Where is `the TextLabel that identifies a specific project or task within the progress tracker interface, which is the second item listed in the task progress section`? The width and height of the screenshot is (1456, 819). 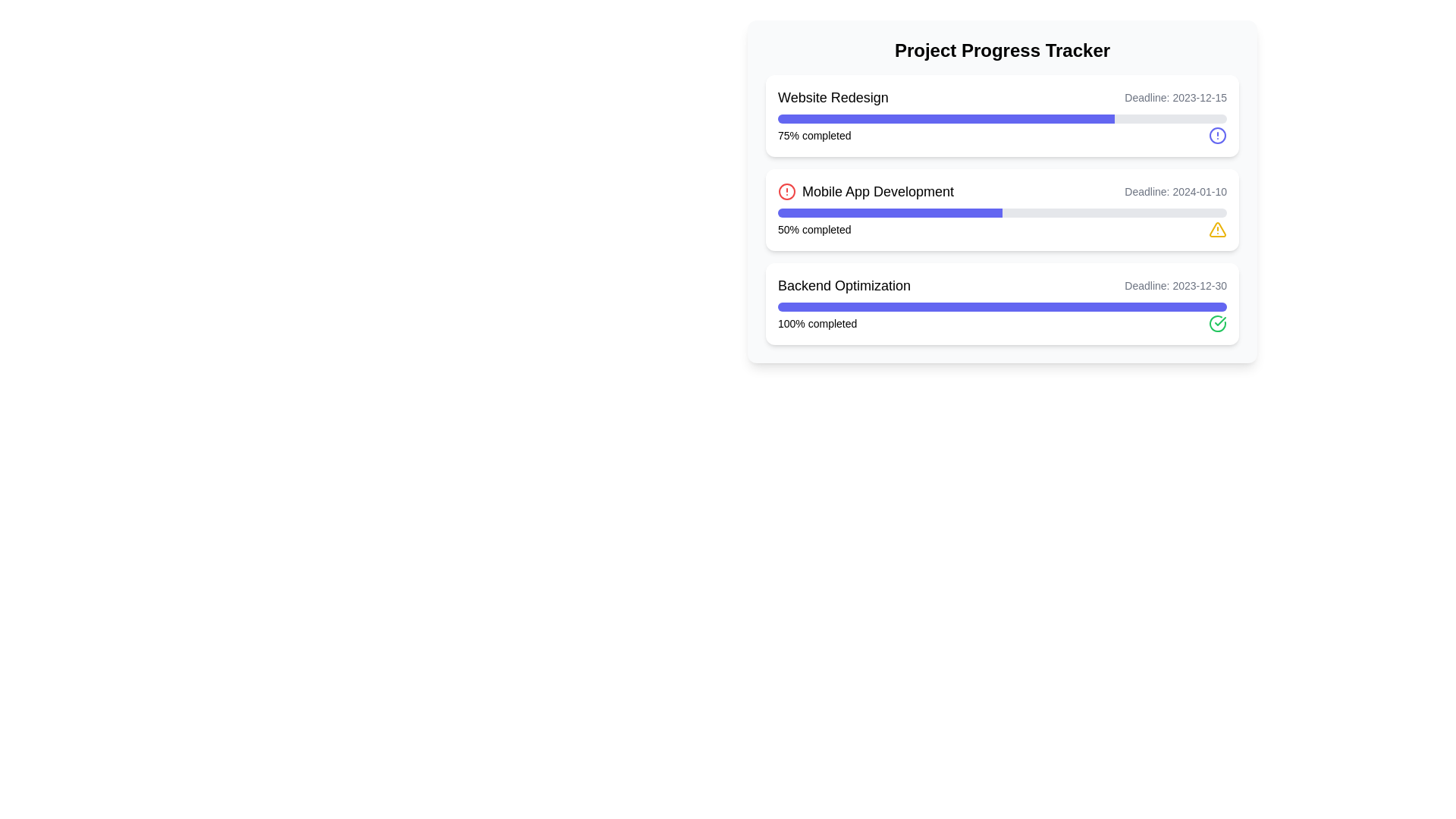
the TextLabel that identifies a specific project or task within the progress tracker interface, which is the second item listed in the task progress section is located at coordinates (866, 191).